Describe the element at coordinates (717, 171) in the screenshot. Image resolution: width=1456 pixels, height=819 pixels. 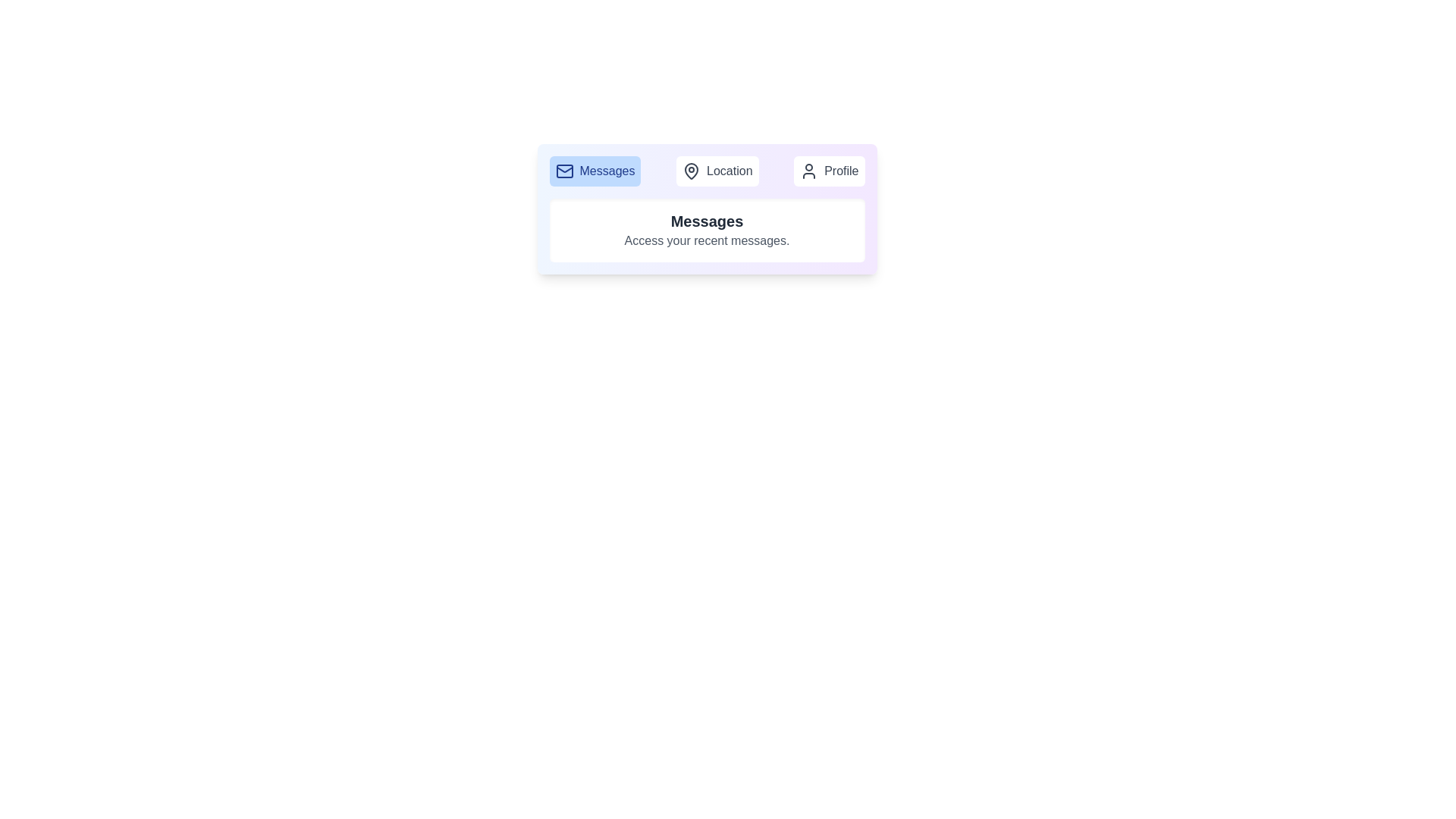
I see `the Location tab by clicking on its button` at that location.